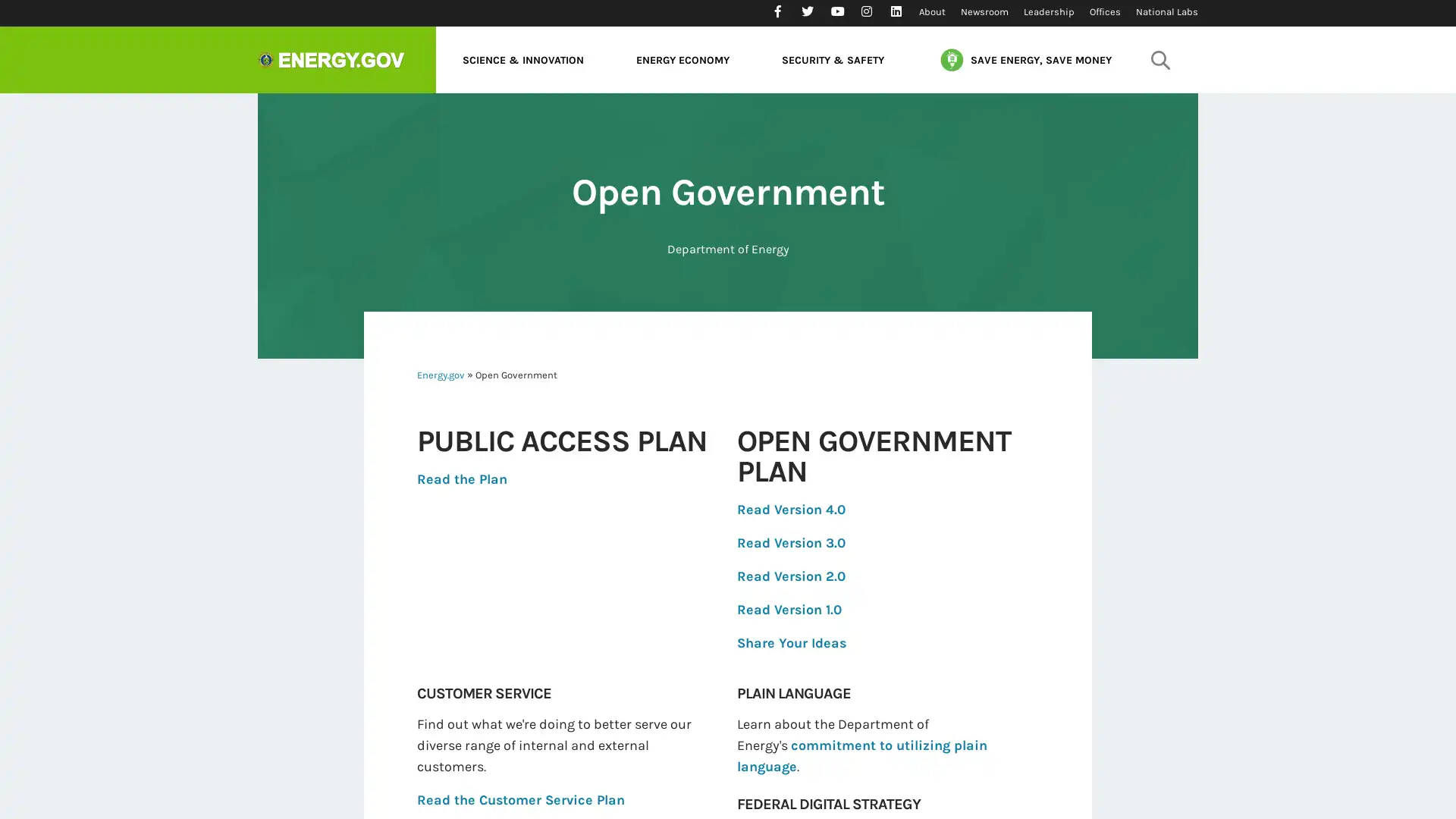 The image size is (1456, 819). What do you see at coordinates (1156, 102) in the screenshot?
I see `SEARCH` at bounding box center [1156, 102].